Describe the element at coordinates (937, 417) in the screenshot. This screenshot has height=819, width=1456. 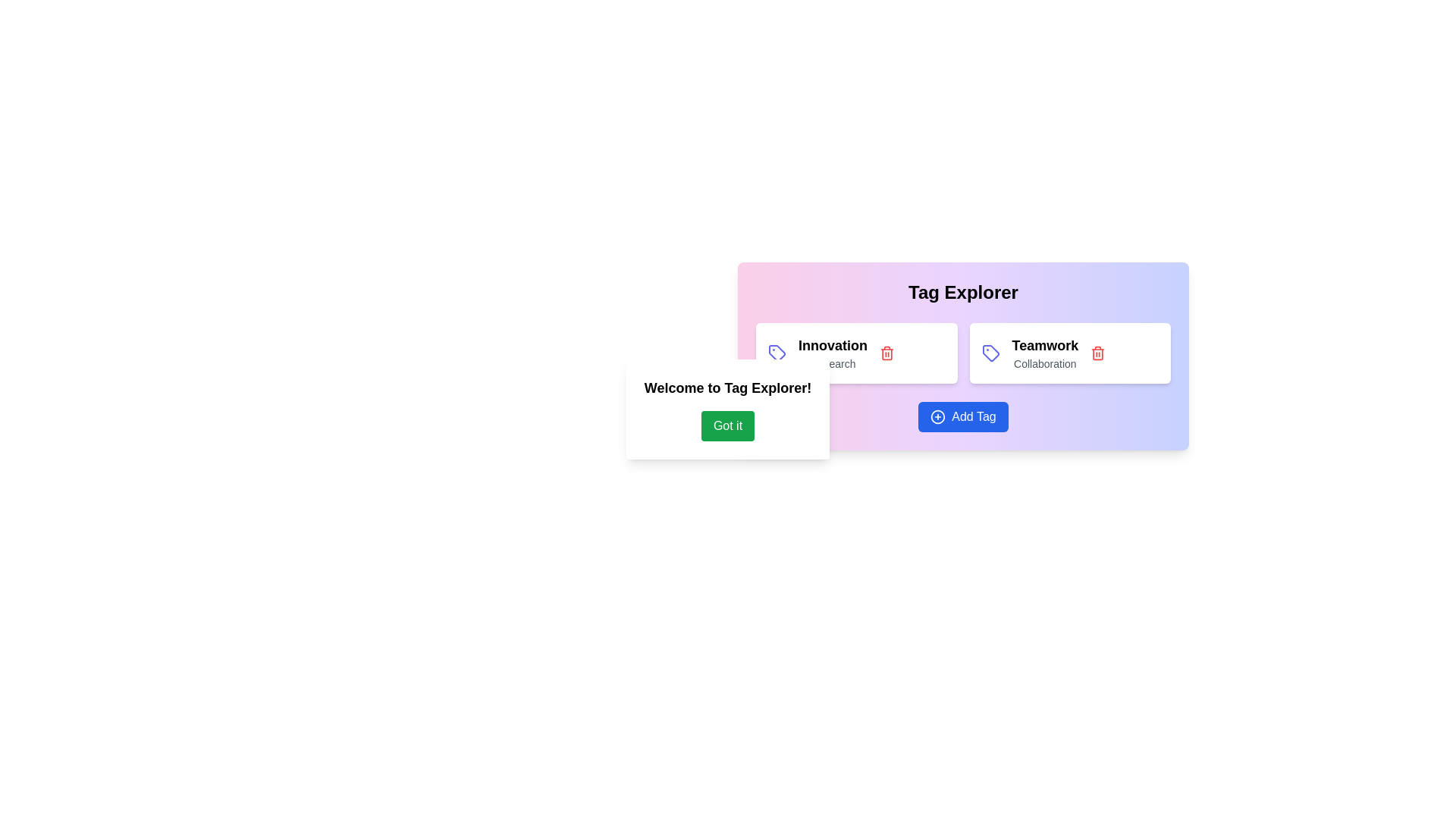
I see `the decorative hollow circle within the 'Add Tag' button located at the bottom-right corner of the 'Tag Explorer' interface` at that location.